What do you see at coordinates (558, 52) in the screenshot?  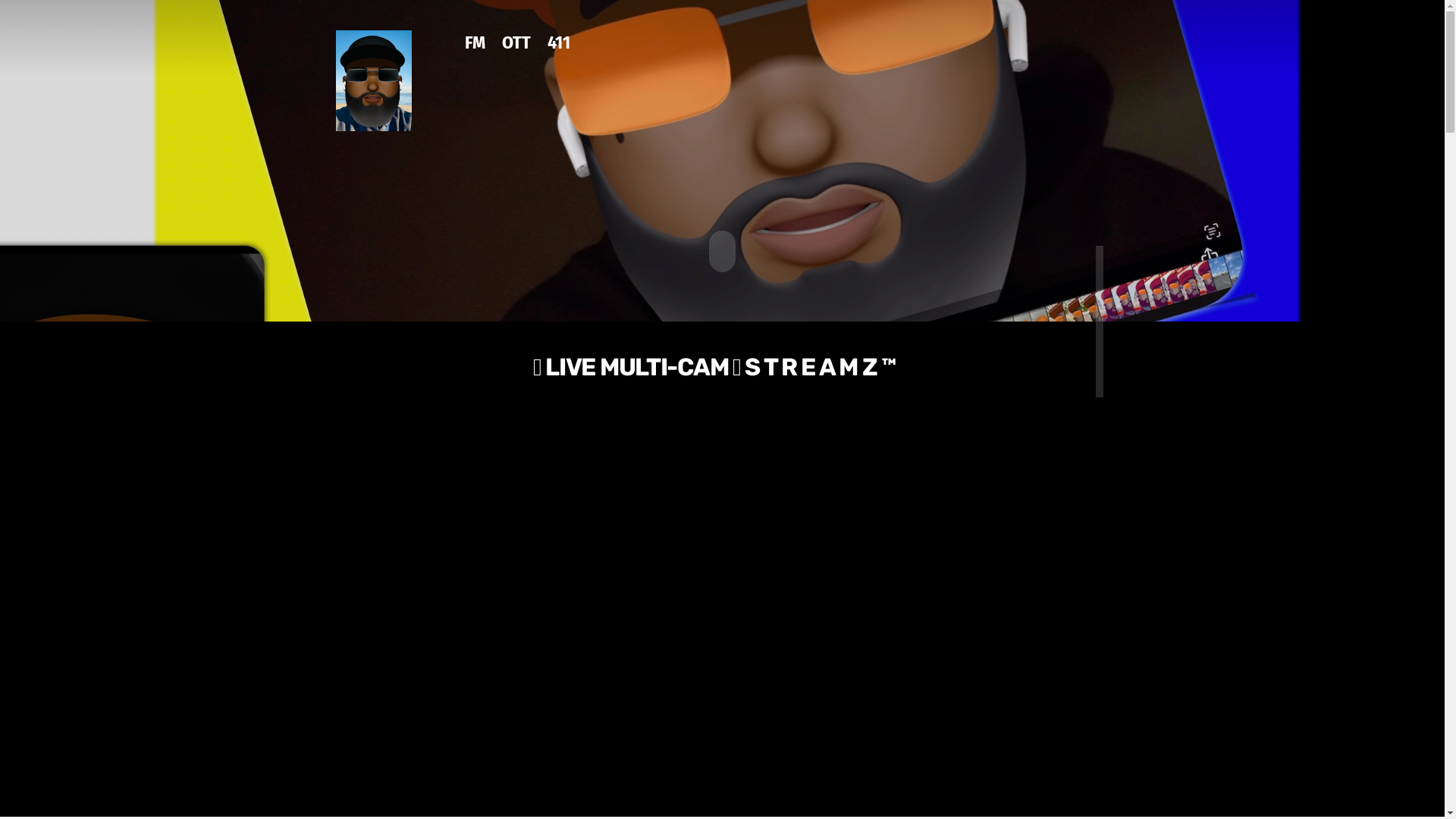 I see `'411'` at bounding box center [558, 52].